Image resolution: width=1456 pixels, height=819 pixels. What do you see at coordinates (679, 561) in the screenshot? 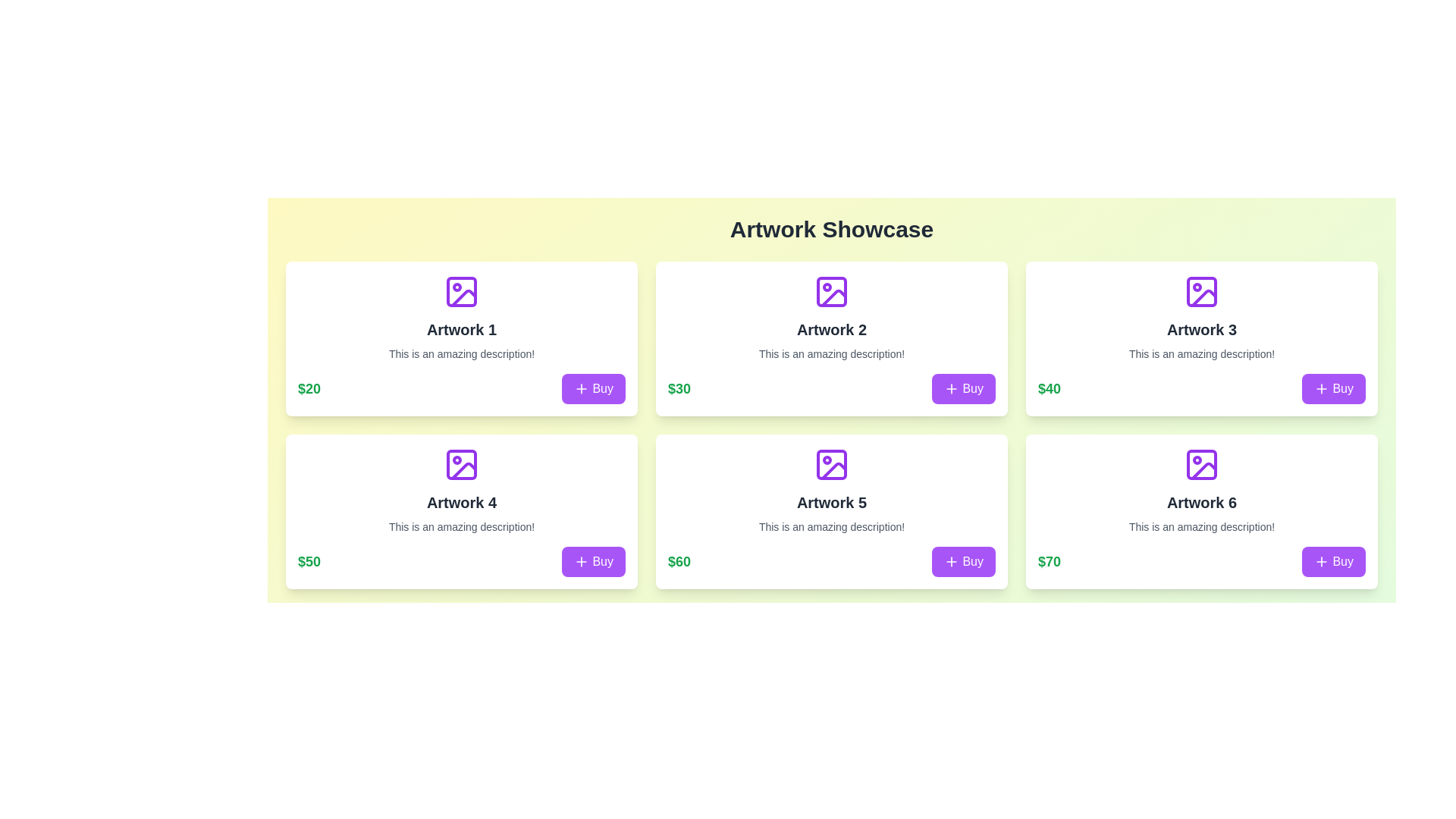
I see `the bold, green-colored text label displaying the amount '$60' located in the bottom-left corner of the card for 'Artwork 5', adjacent to the '+ Buy' button` at bounding box center [679, 561].